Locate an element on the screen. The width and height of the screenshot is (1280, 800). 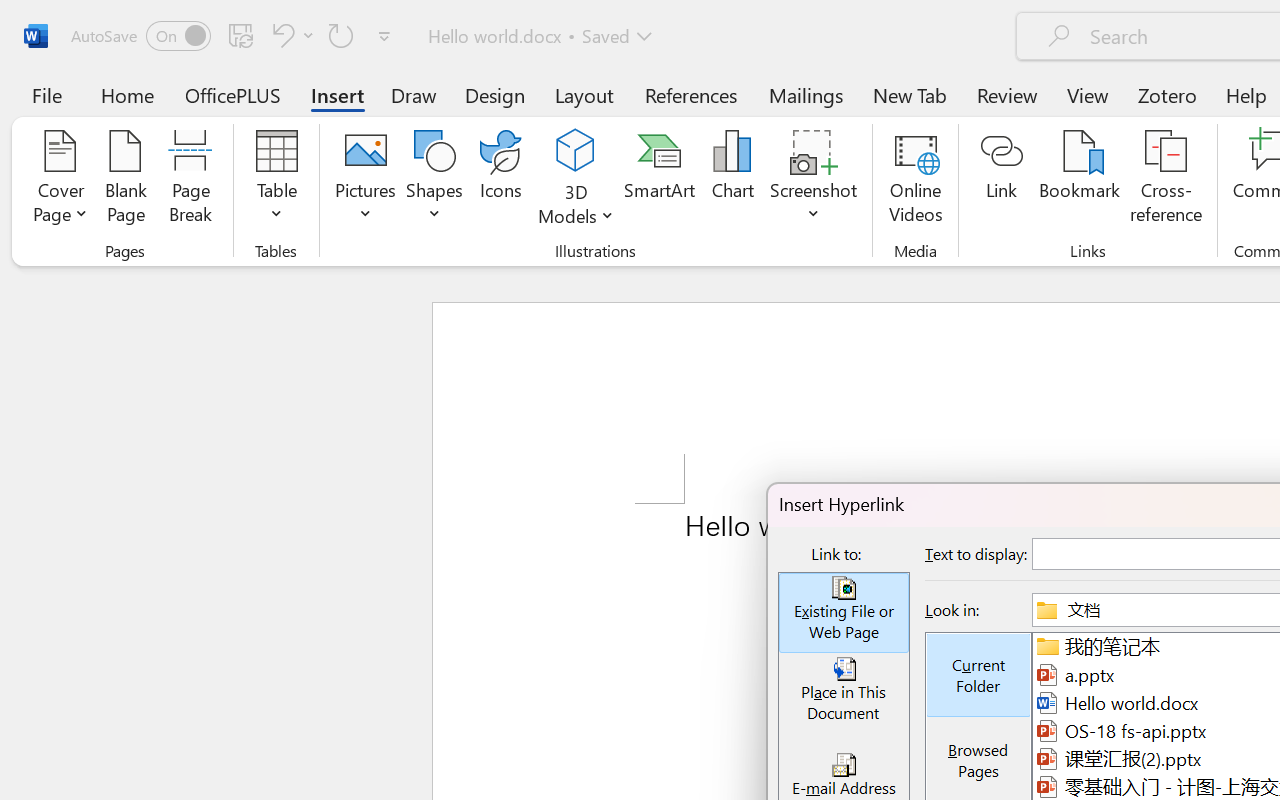
'Mailings' is located at coordinates (806, 94).